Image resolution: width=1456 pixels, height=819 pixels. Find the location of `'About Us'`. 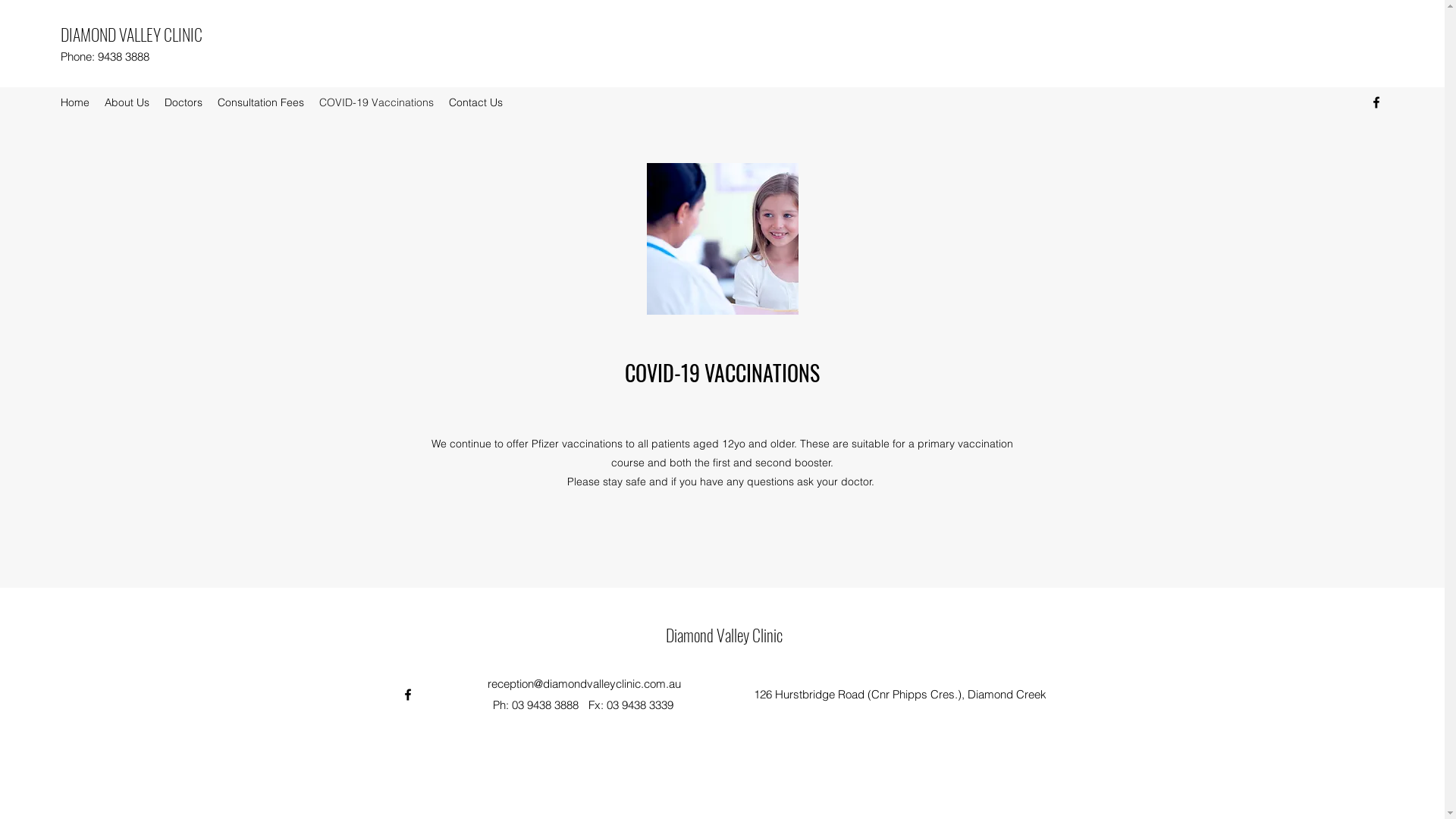

'About Us' is located at coordinates (127, 102).